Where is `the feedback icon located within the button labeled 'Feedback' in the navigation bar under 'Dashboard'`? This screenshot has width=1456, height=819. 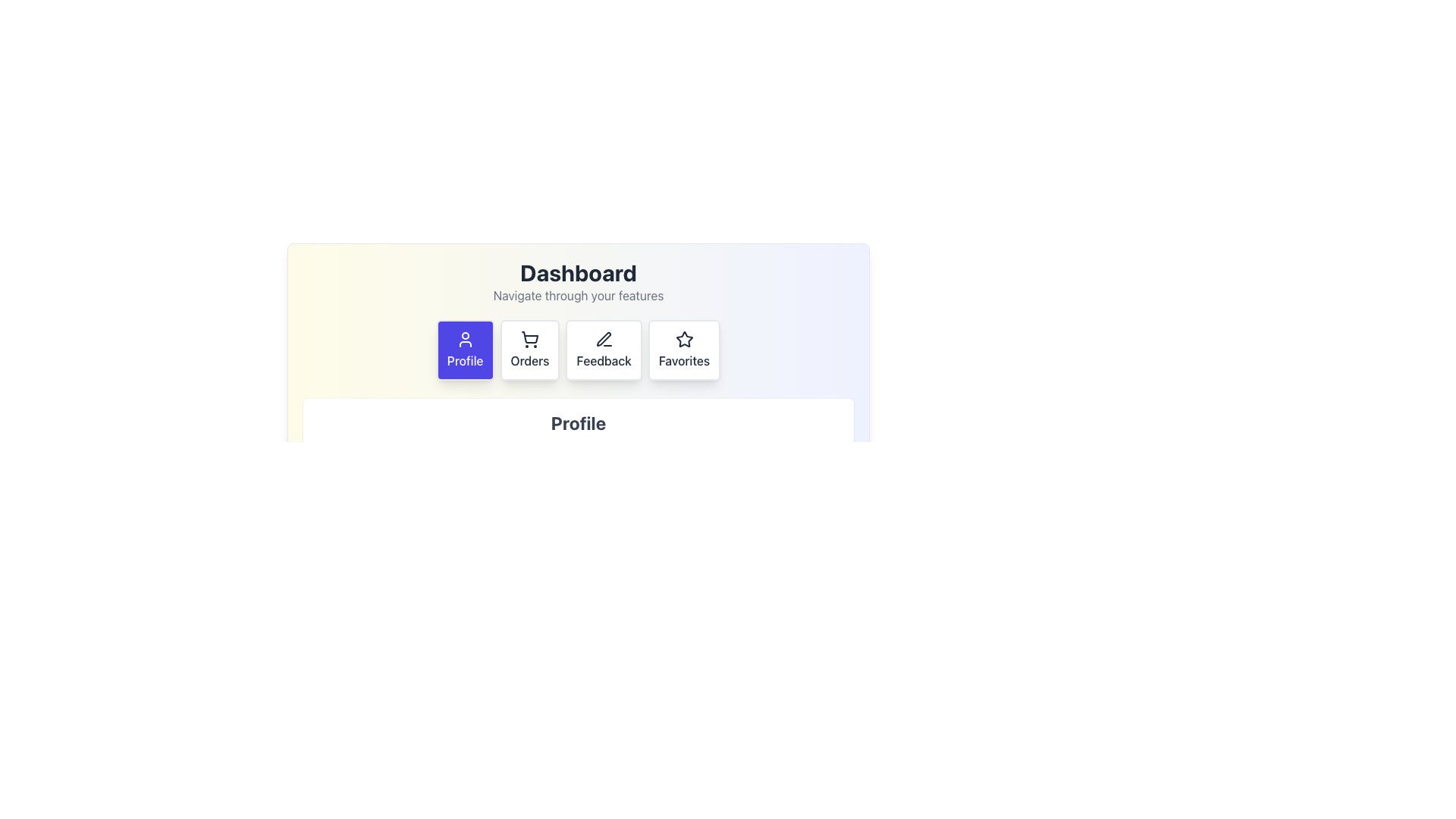
the feedback icon located within the button labeled 'Feedback' in the navigation bar under 'Dashboard' is located at coordinates (603, 338).